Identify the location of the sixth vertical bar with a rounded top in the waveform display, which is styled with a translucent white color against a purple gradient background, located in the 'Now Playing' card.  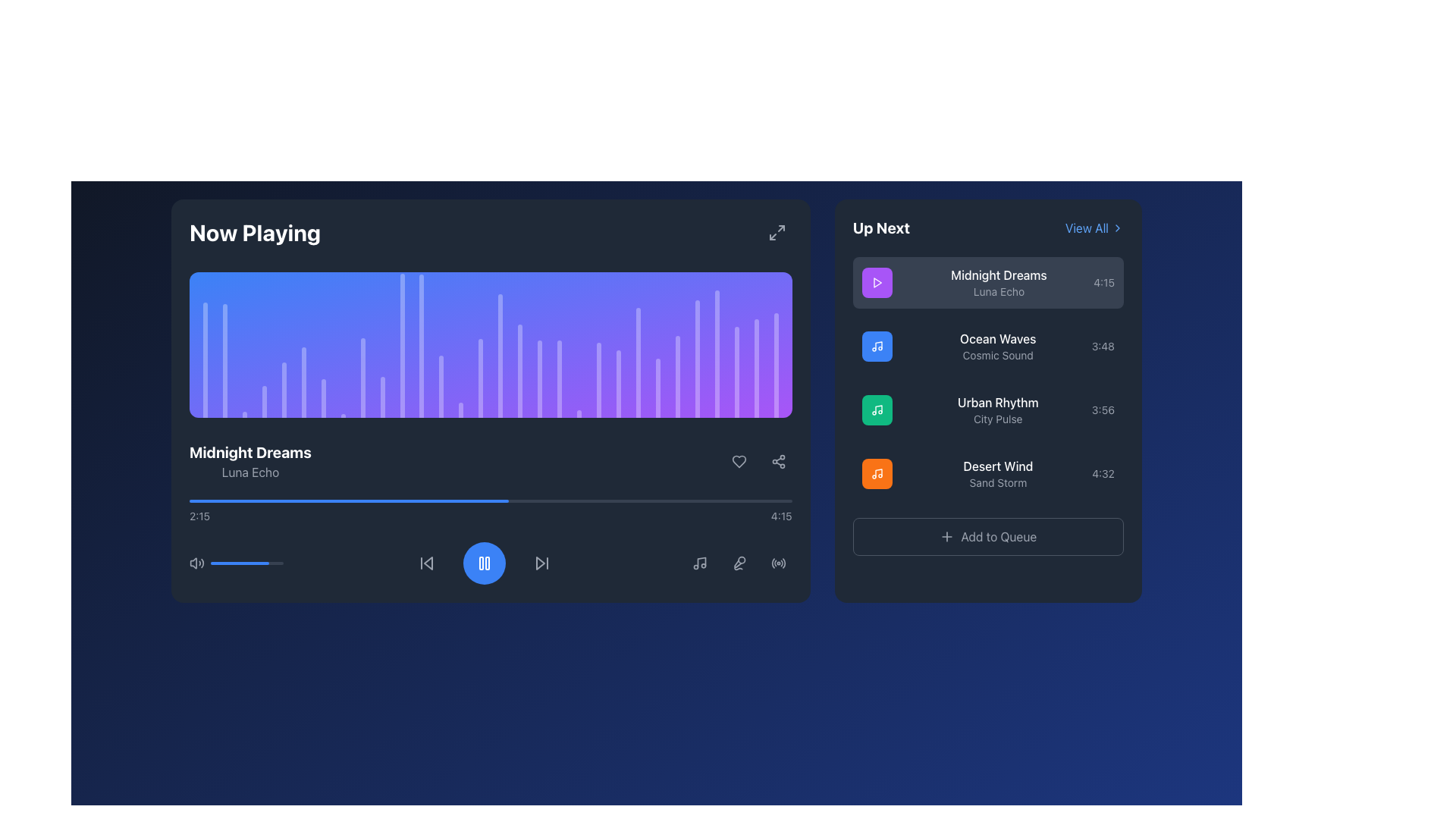
(303, 381).